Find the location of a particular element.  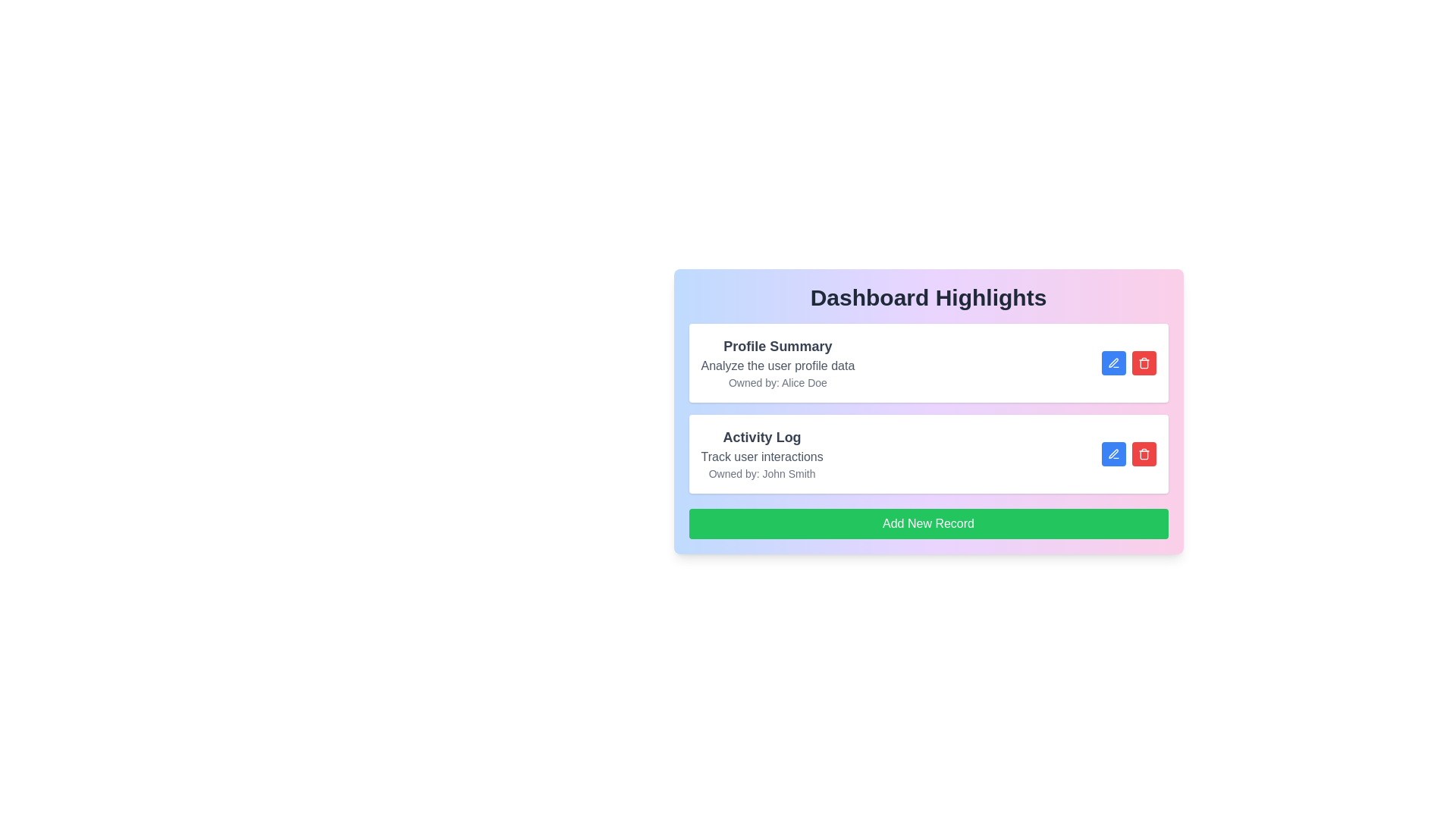

the compact blue icon resembling a pen or edit tool located in the 'Profile Summary' section of the dashboard widget is located at coordinates (1113, 362).